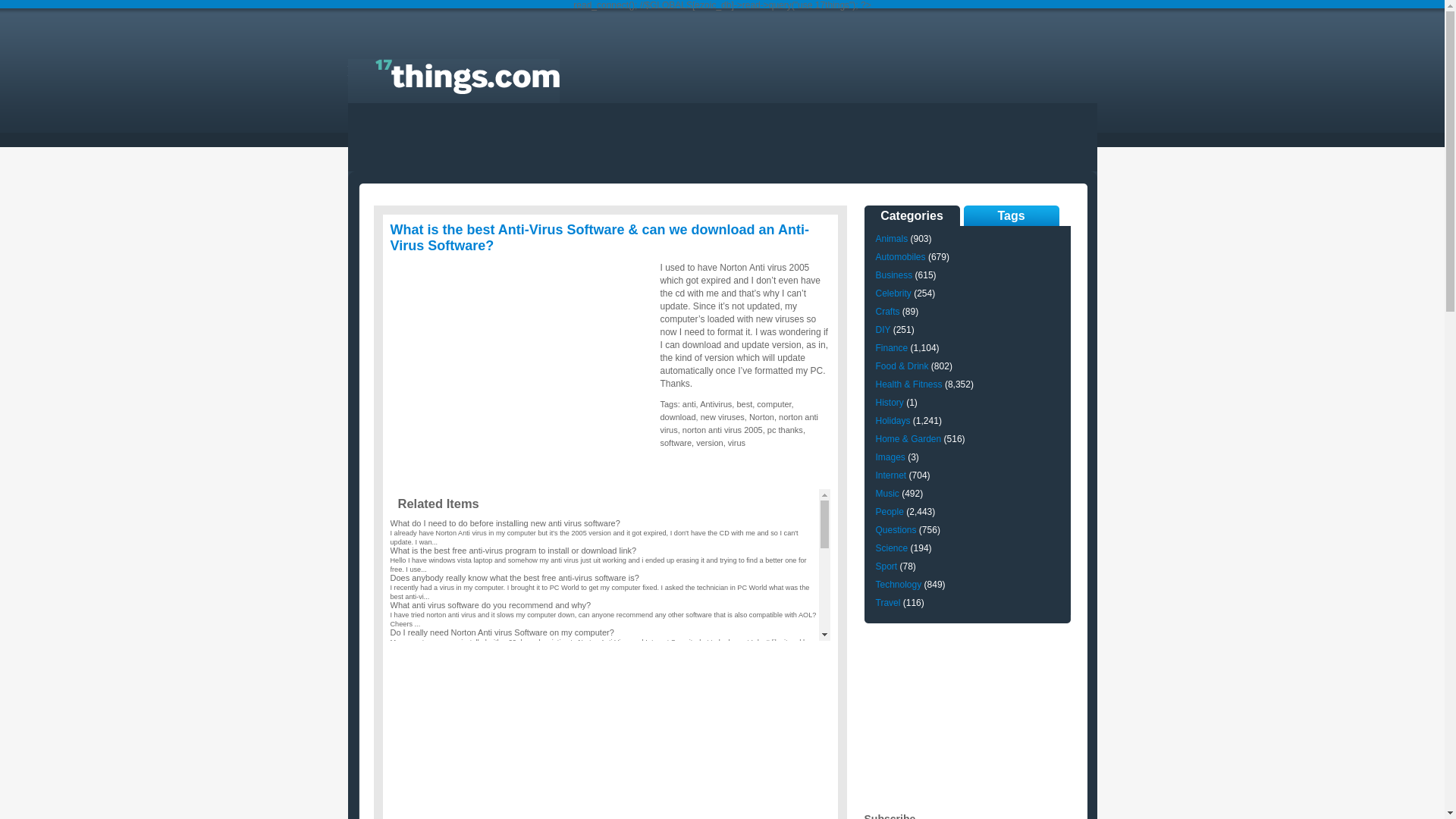  I want to click on 'Norton', so click(761, 417).